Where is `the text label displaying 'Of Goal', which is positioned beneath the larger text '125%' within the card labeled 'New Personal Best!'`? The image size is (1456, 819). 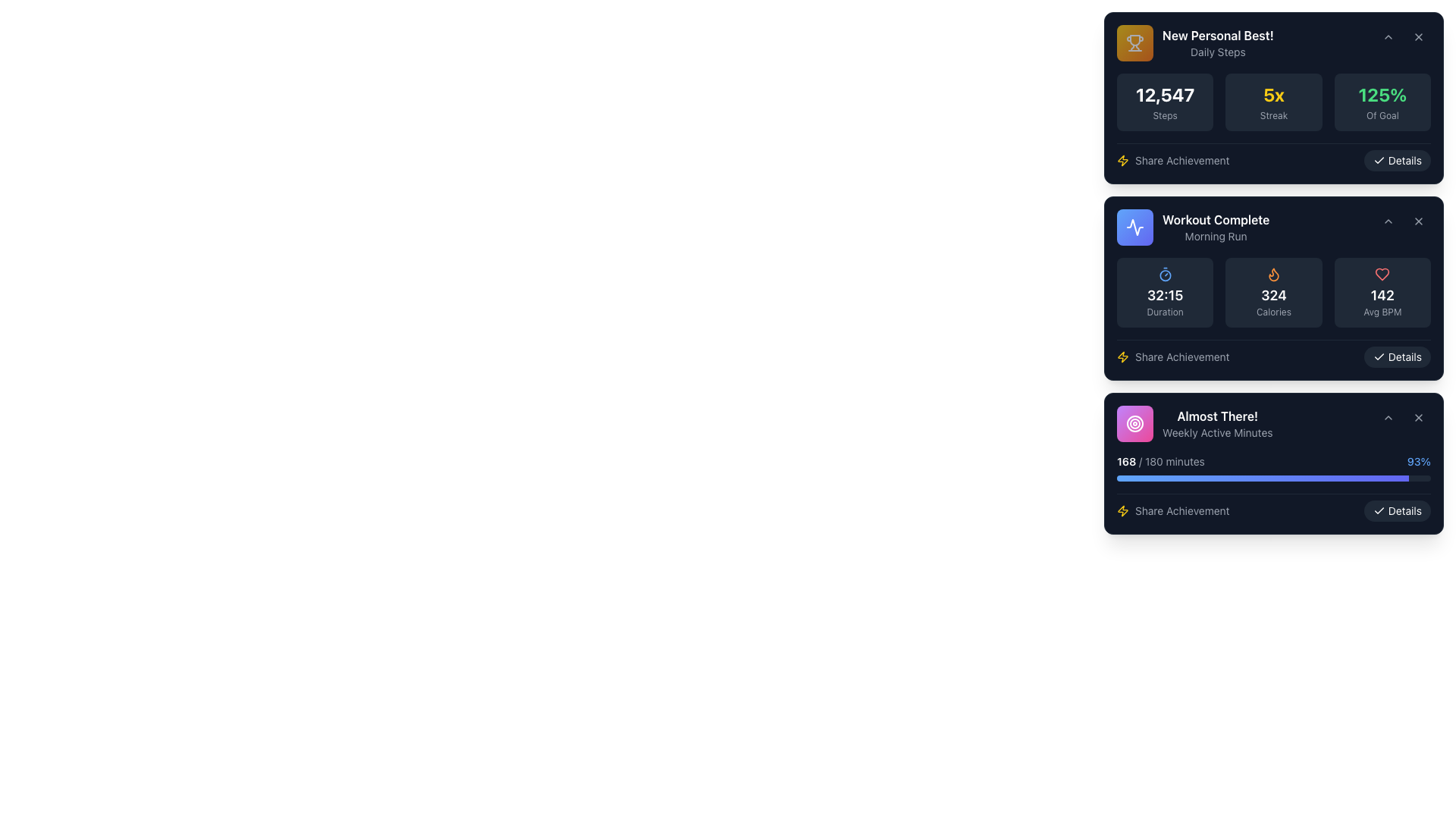 the text label displaying 'Of Goal', which is positioned beneath the larger text '125%' within the card labeled 'New Personal Best!' is located at coordinates (1382, 115).